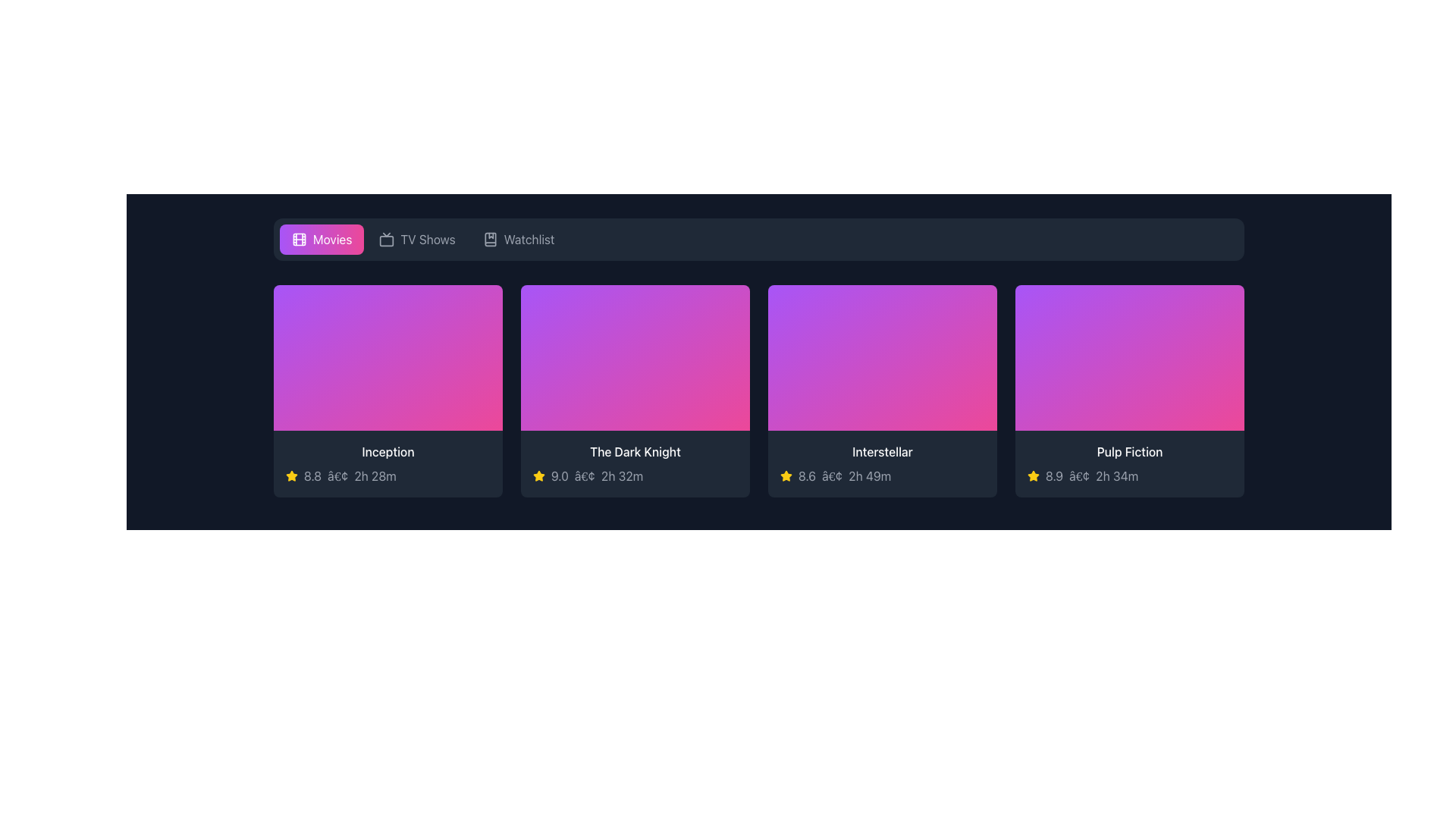 This screenshot has height=819, width=1456. Describe the element at coordinates (490, 239) in the screenshot. I see `the 'Watchlist' icon located in the top navigation bar, to the right of the 'Movies' and 'TV Shows' labels, which allows users to manage their saved content` at that location.